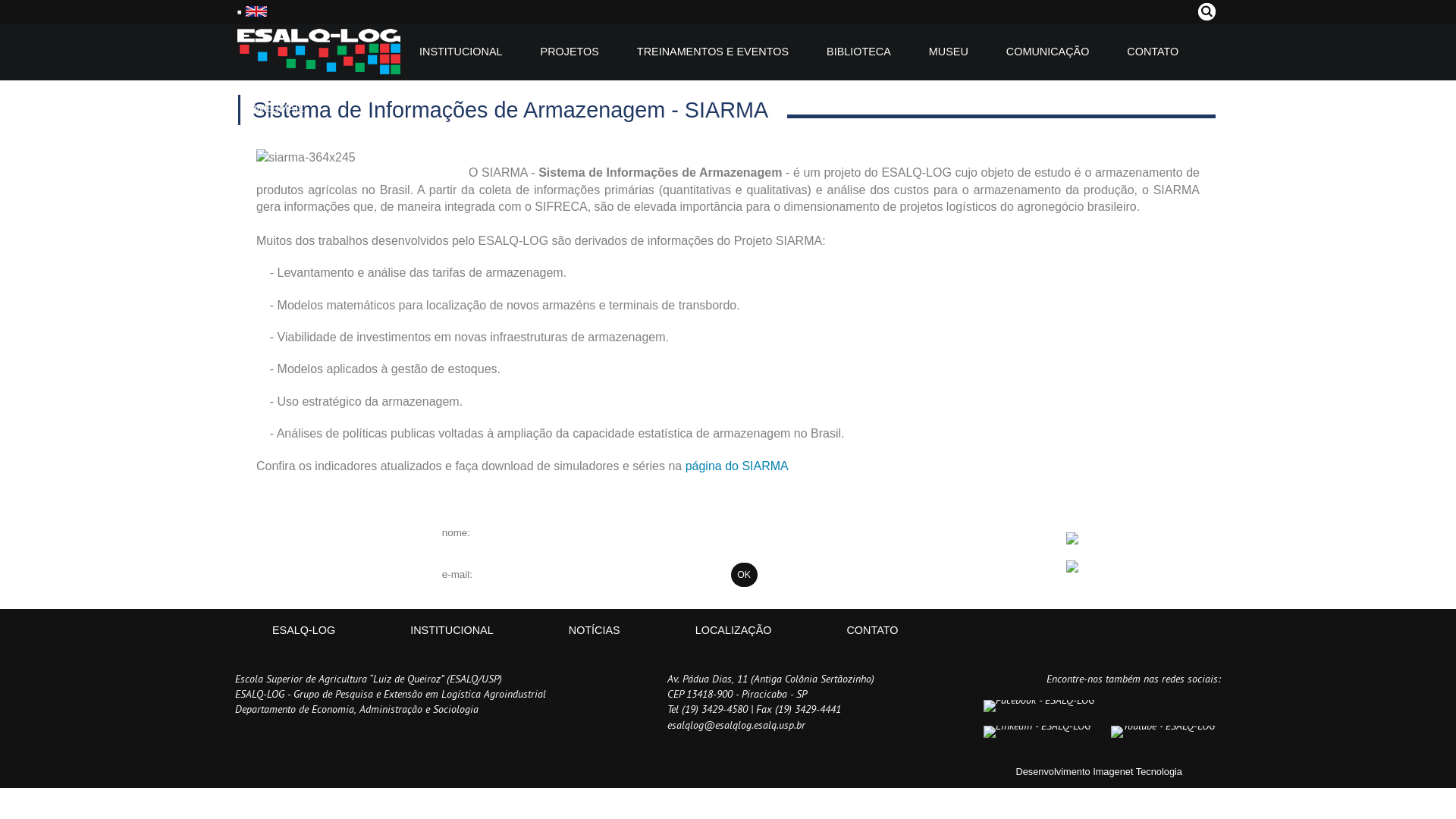 This screenshot has width=1456, height=819. I want to click on 'Facebook - ESALQ-LOG', so click(1037, 705).